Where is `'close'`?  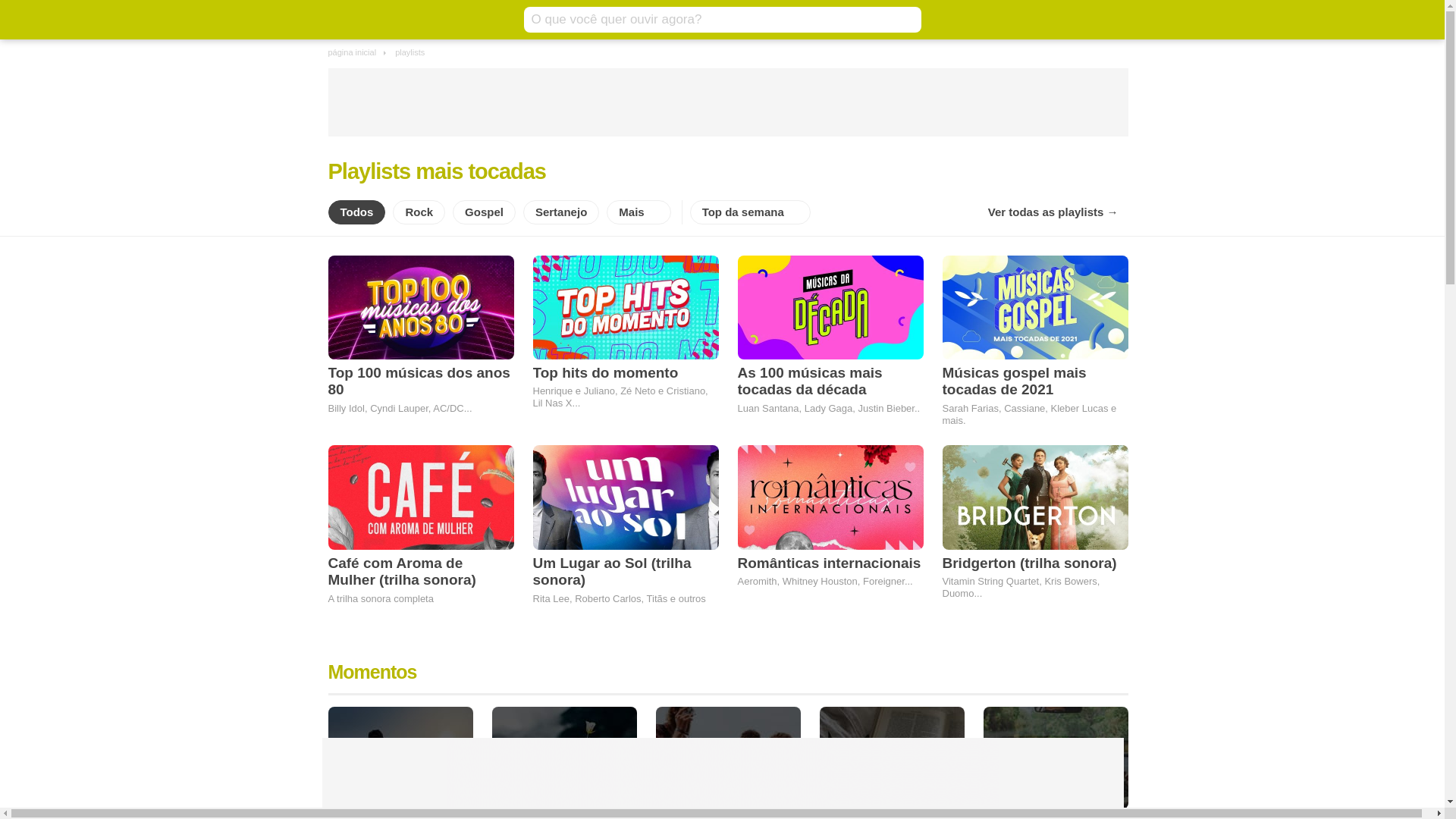
'close' is located at coordinates (1105, 728).